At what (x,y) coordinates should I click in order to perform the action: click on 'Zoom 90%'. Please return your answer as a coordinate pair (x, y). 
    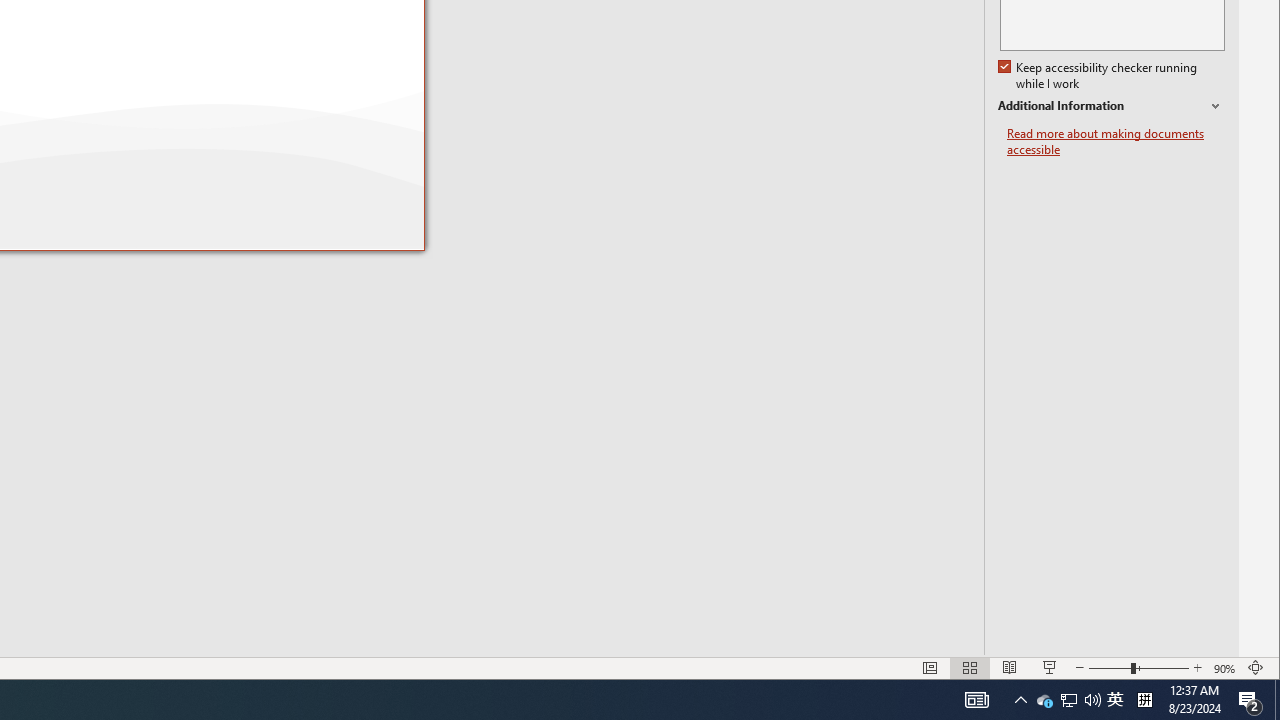
    Looking at the image, I should click on (1224, 668).